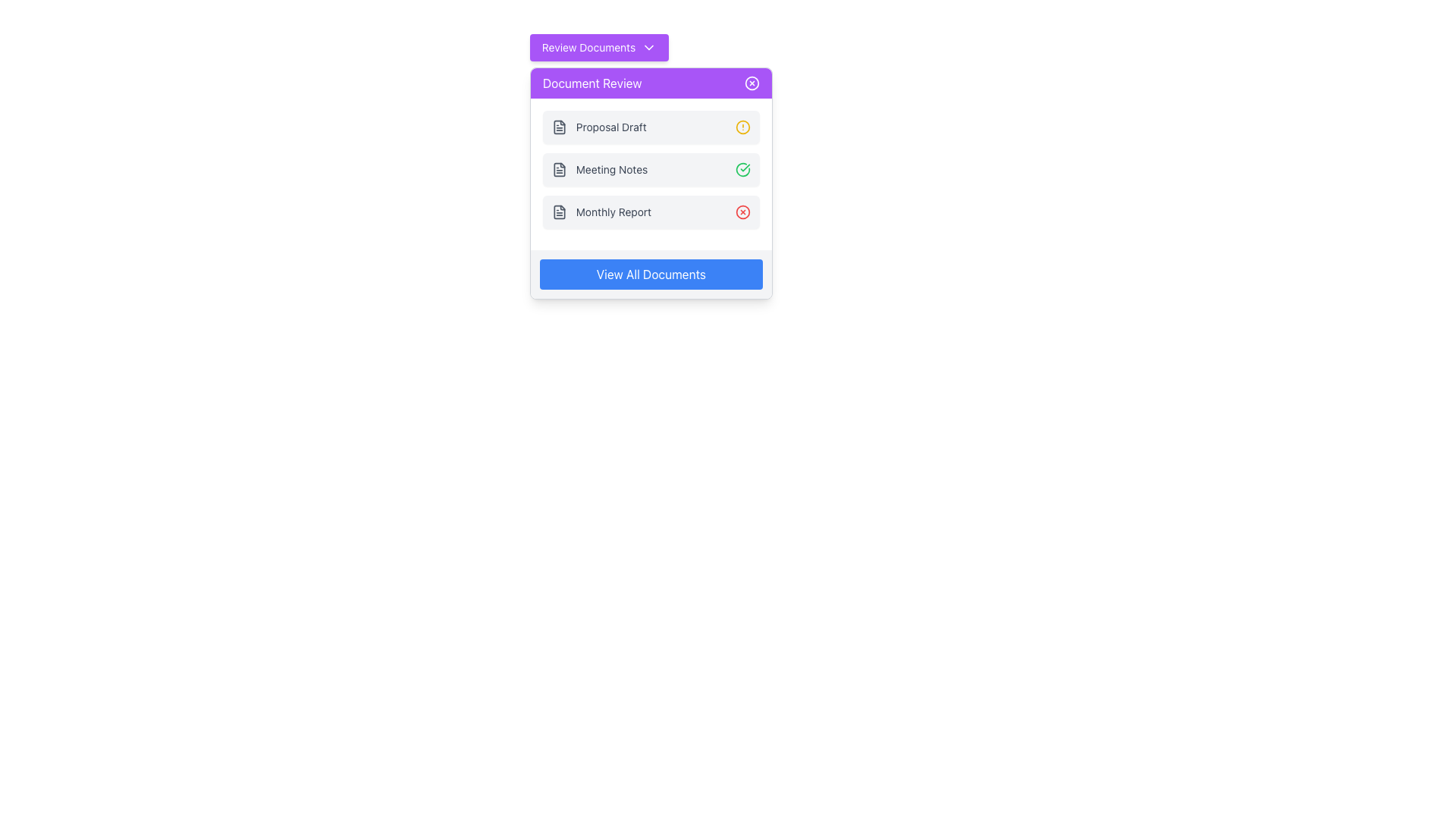 The image size is (1456, 819). Describe the element at coordinates (742, 169) in the screenshot. I see `the green circular checkmark icon that indicates approval, located to the right of the 'Meeting Notes' text entry in the list` at that location.